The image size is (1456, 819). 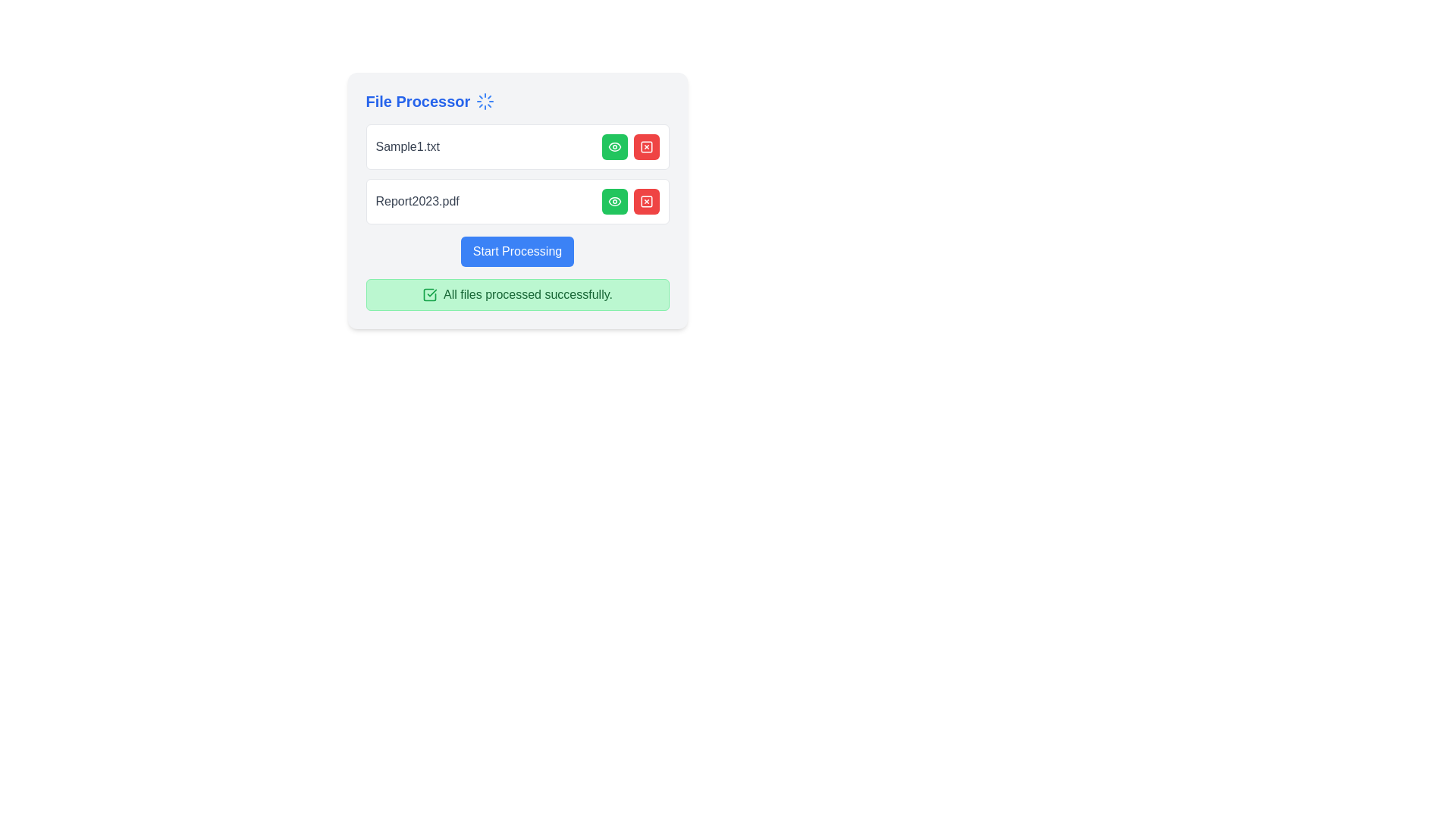 I want to click on the compact, rounded red button with white text located to the right of a green button, so click(x=646, y=146).